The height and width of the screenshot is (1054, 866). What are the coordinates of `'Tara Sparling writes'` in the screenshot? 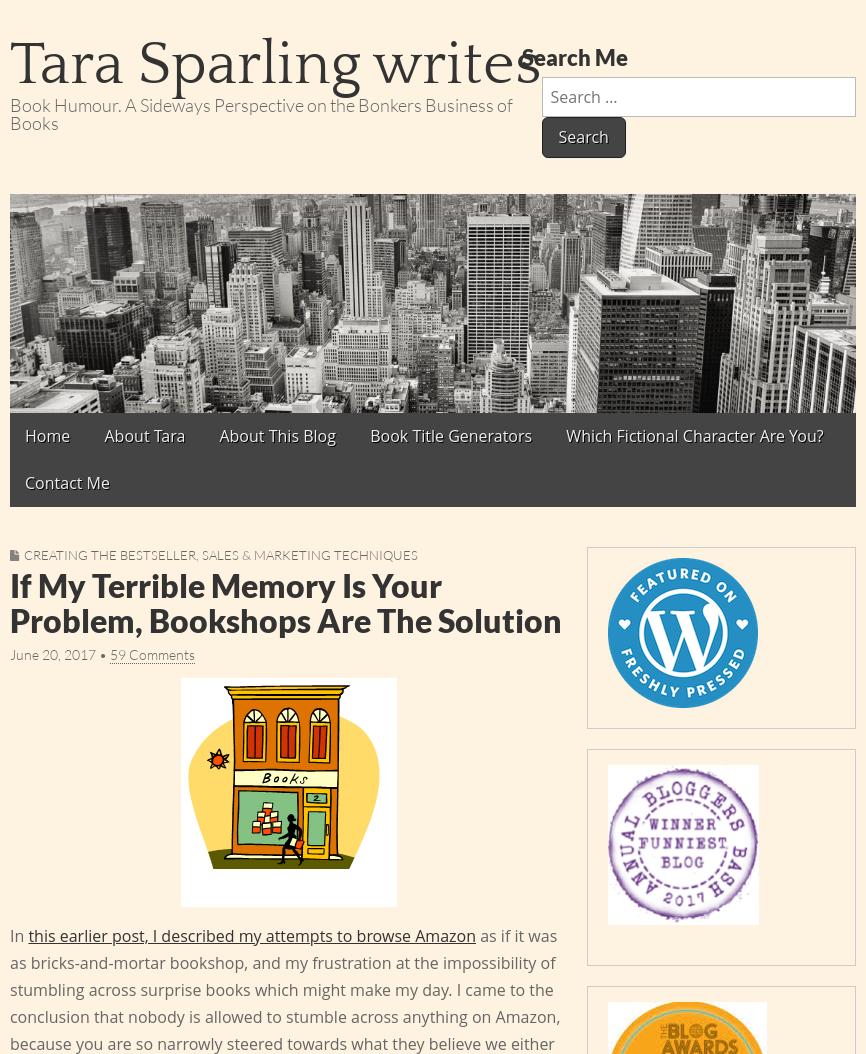 It's located at (274, 64).